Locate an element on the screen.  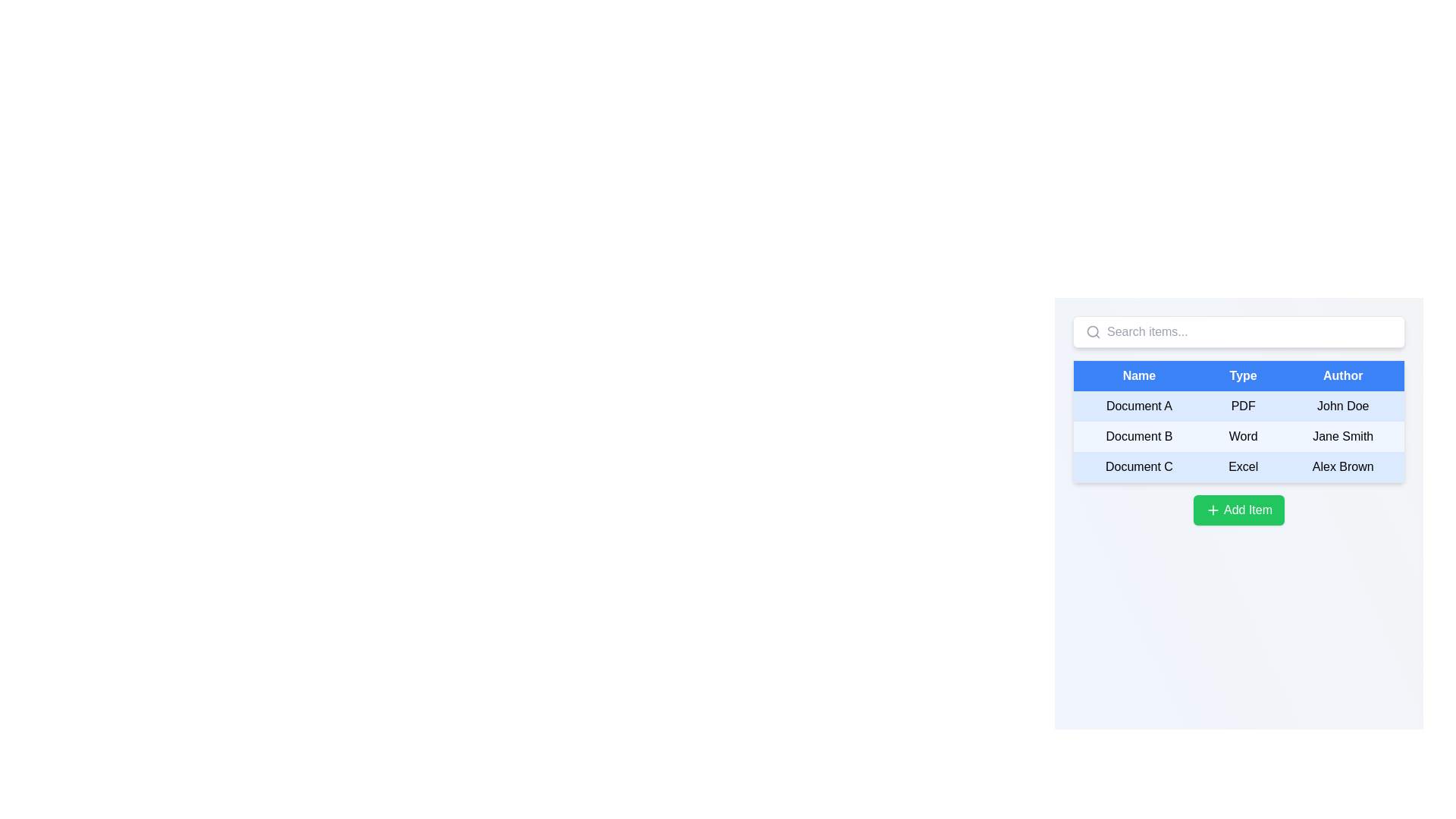
the text label displaying 'Document B' located in the second row of the table under the 'Name' column, which has a light blue background and is to the left of the 'Type' column is located at coordinates (1139, 436).